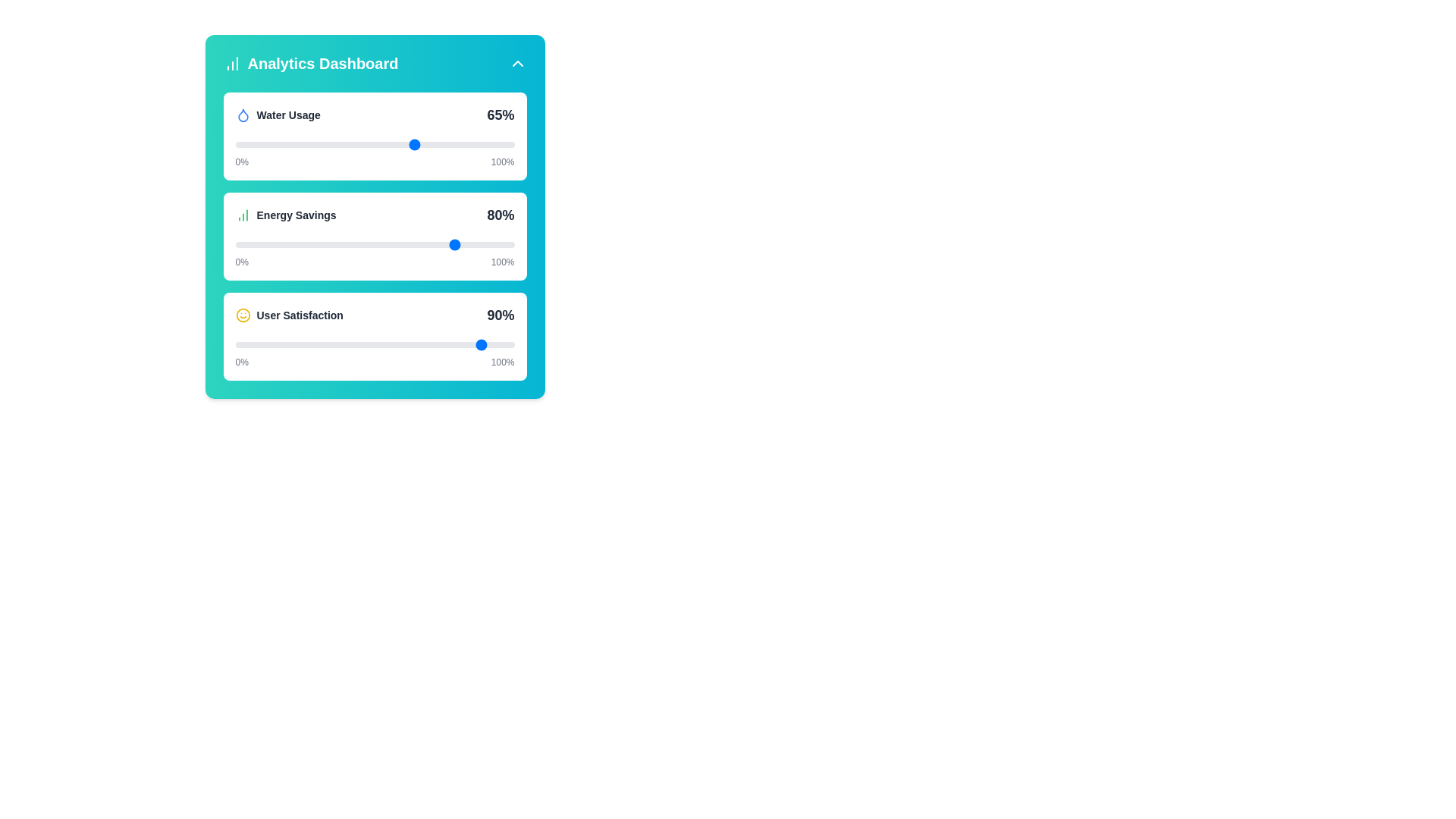 Image resolution: width=1456 pixels, height=819 pixels. What do you see at coordinates (289, 315) in the screenshot?
I see `the 'User Satisfaction' label with the yellow smiling face icon in the bottom section of the 'Analytics Dashboard' card` at bounding box center [289, 315].